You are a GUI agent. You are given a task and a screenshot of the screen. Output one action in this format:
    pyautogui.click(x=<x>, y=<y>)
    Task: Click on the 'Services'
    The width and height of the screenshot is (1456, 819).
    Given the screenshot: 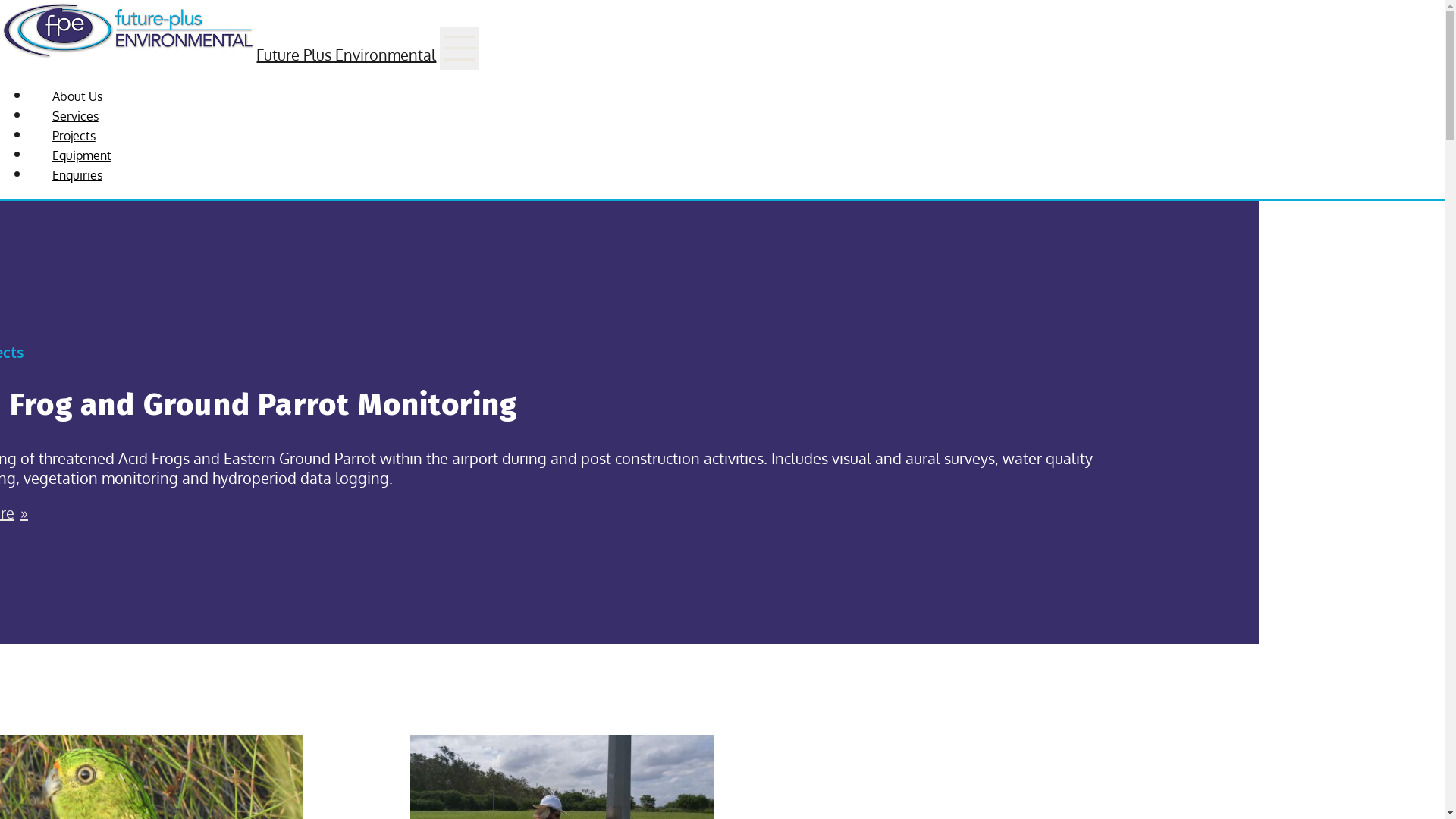 What is the action you would take?
    pyautogui.click(x=74, y=115)
    